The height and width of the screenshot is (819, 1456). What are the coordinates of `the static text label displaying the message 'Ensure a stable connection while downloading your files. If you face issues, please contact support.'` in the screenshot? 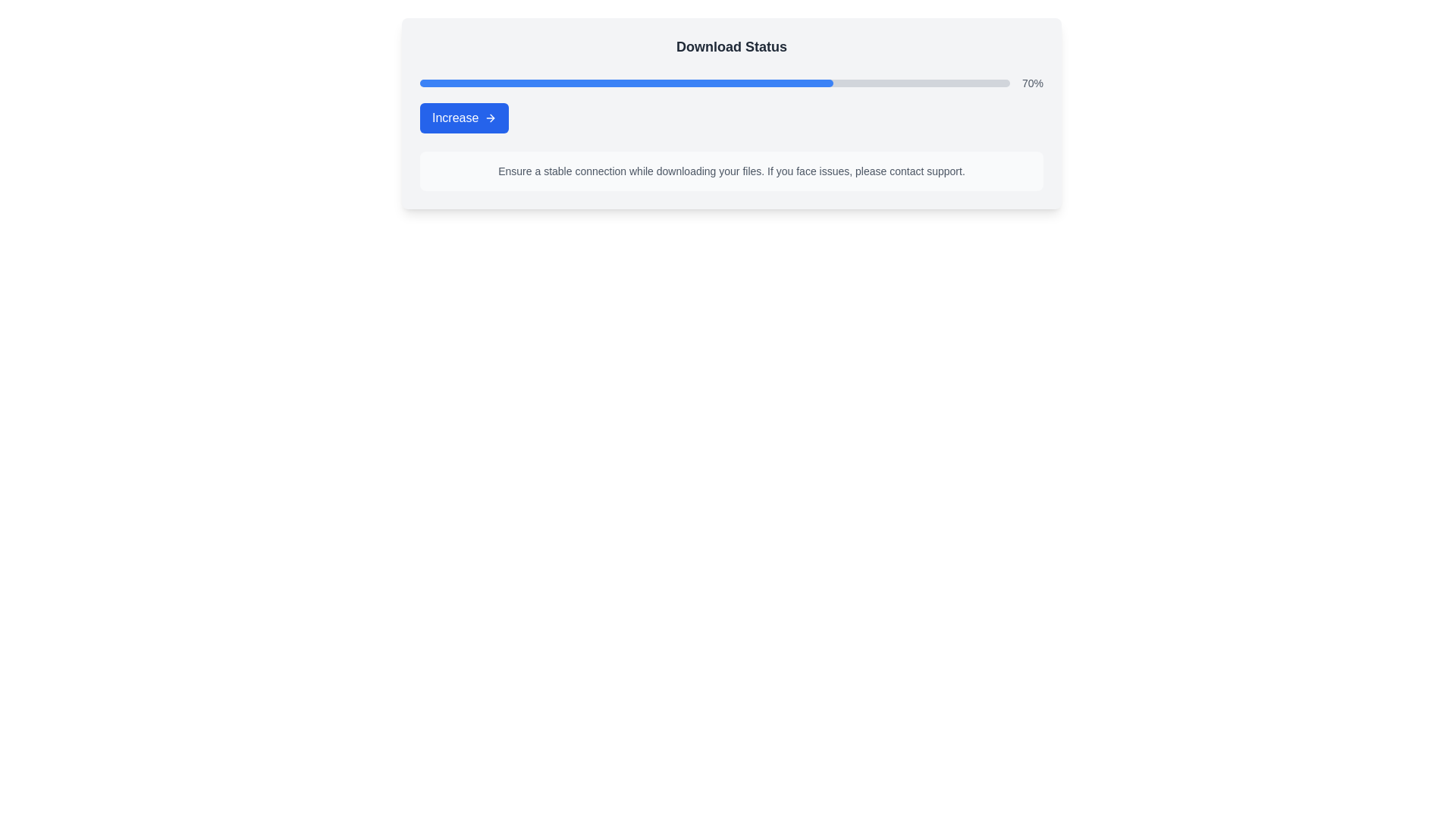 It's located at (731, 171).